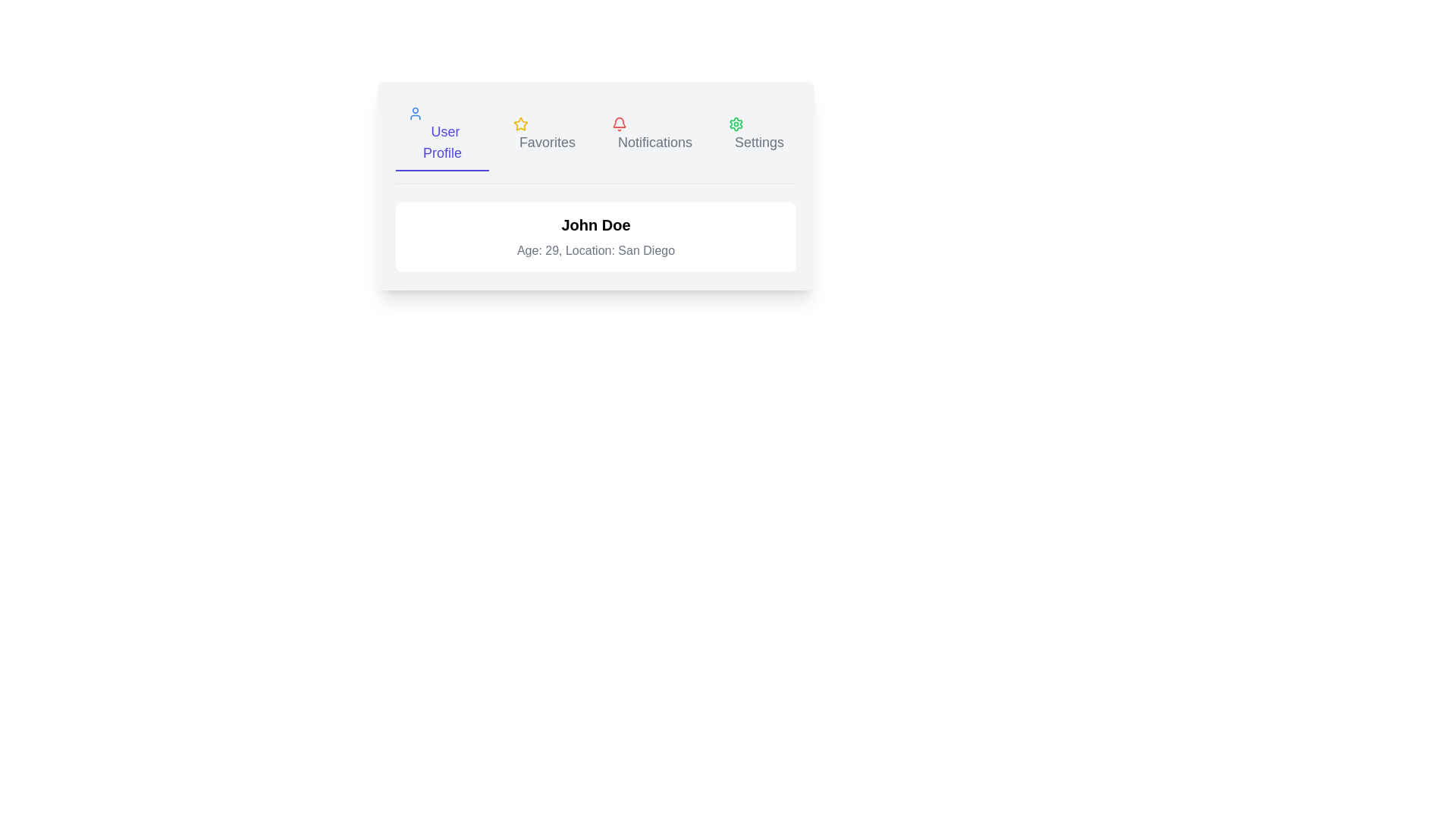  What do you see at coordinates (520, 123) in the screenshot?
I see `the star-shaped icon filled partially with yellow, which is the second element from the left in the navigation bar used to indicate a favorite or rating option` at bounding box center [520, 123].